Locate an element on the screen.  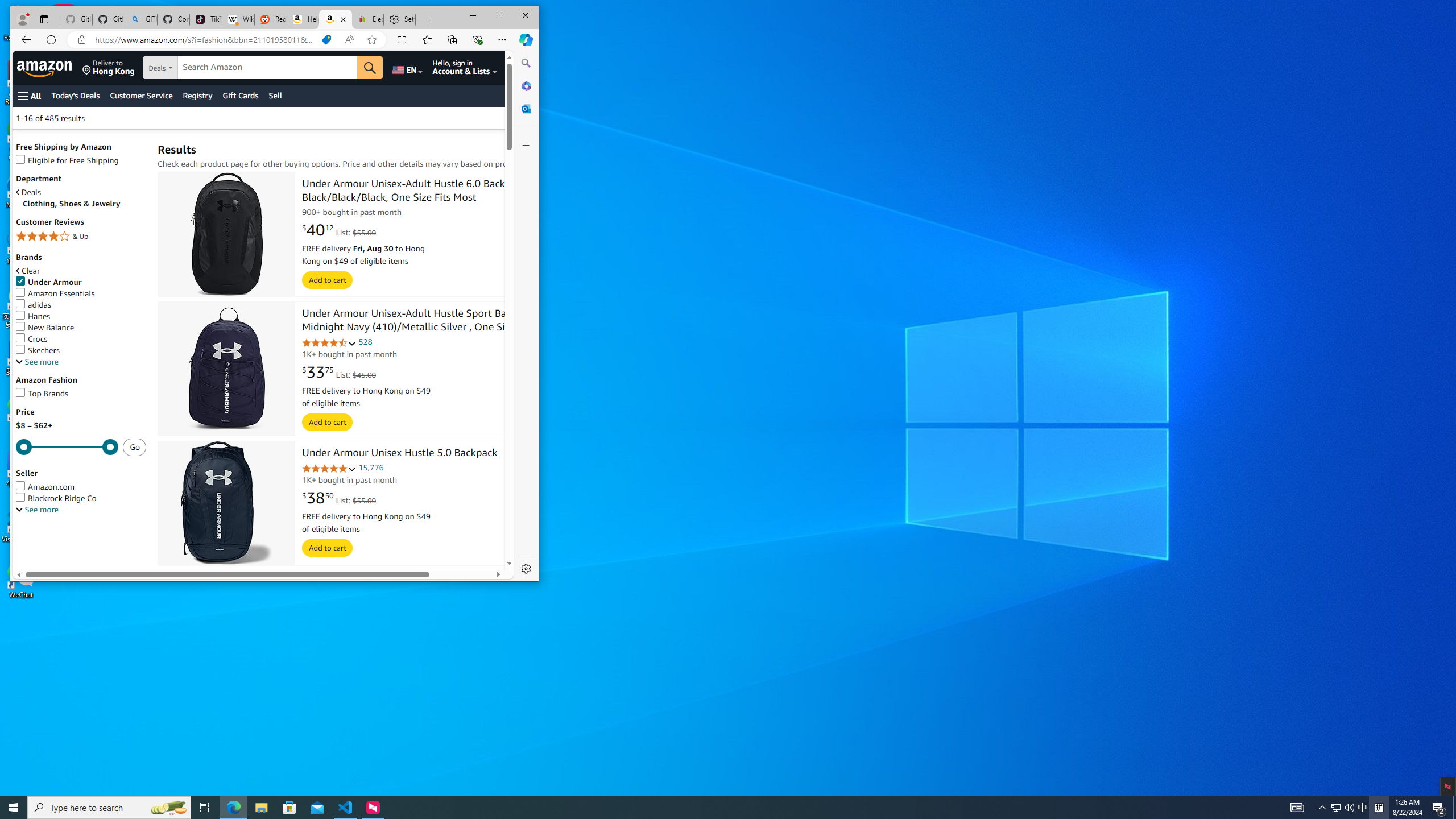
'Wikipedia, the free encyclopedia' is located at coordinates (237, 19).